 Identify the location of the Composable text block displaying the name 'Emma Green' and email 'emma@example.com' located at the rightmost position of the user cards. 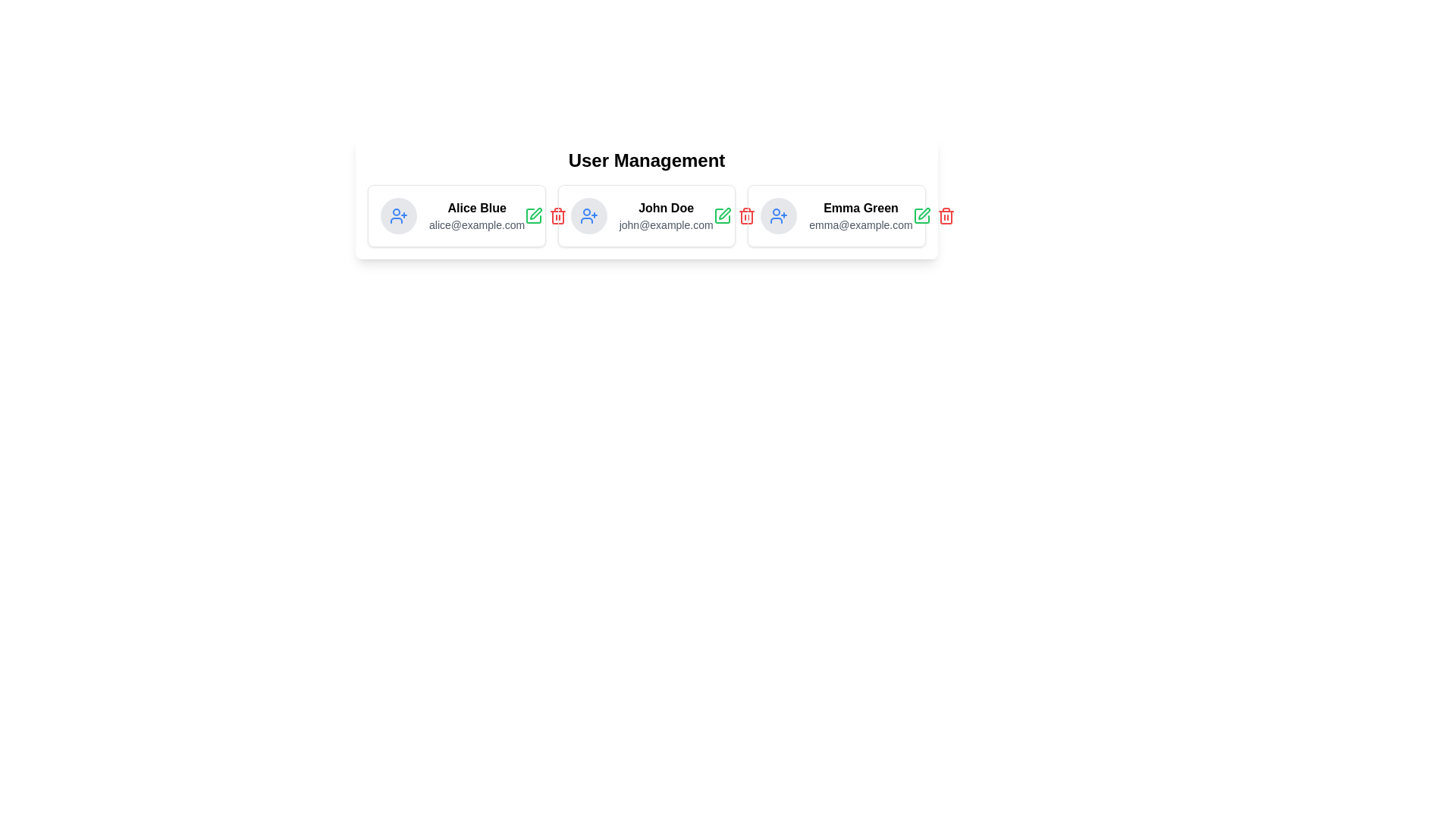
(861, 216).